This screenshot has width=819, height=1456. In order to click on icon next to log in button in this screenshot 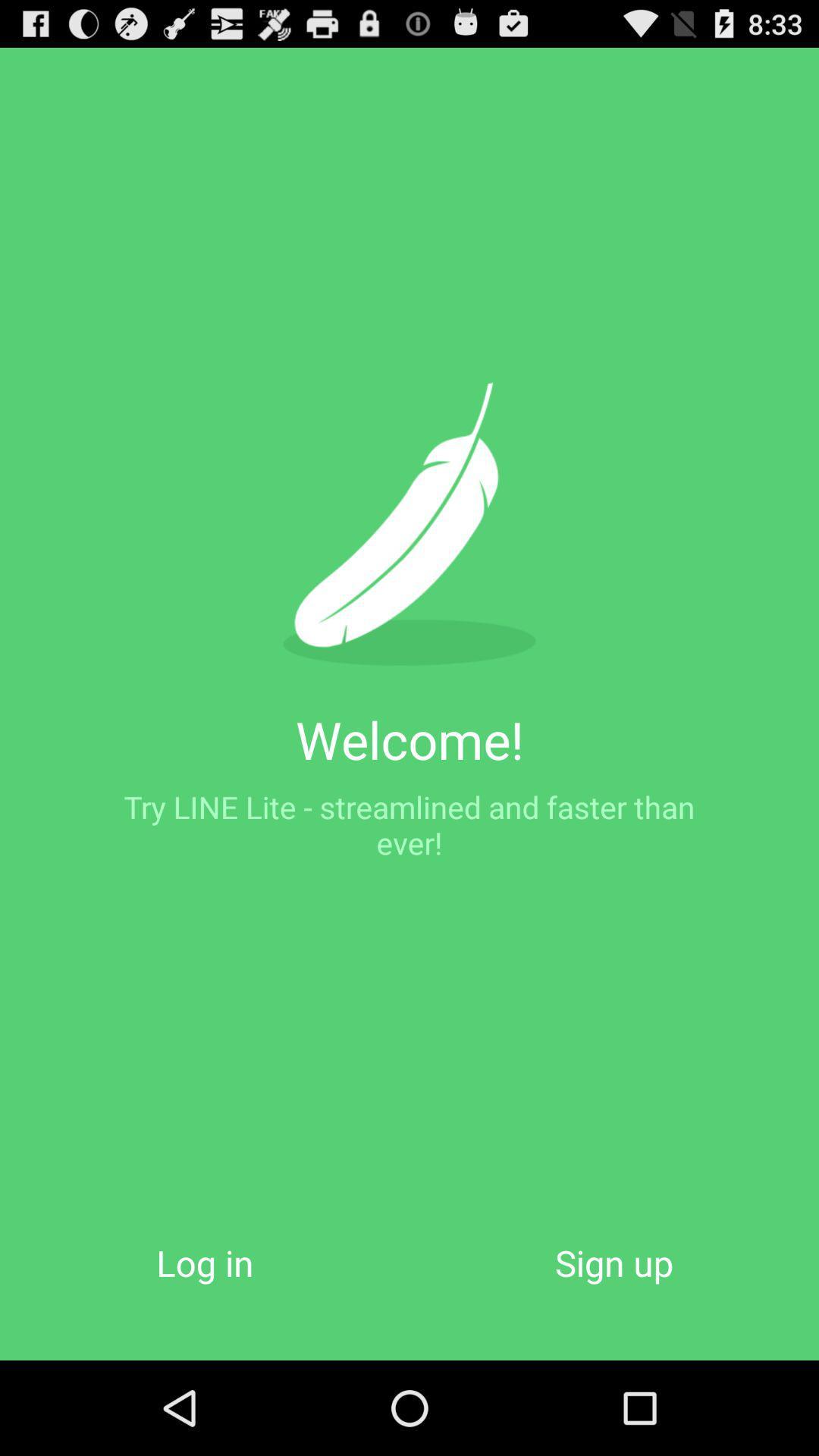, I will do `click(614, 1263)`.